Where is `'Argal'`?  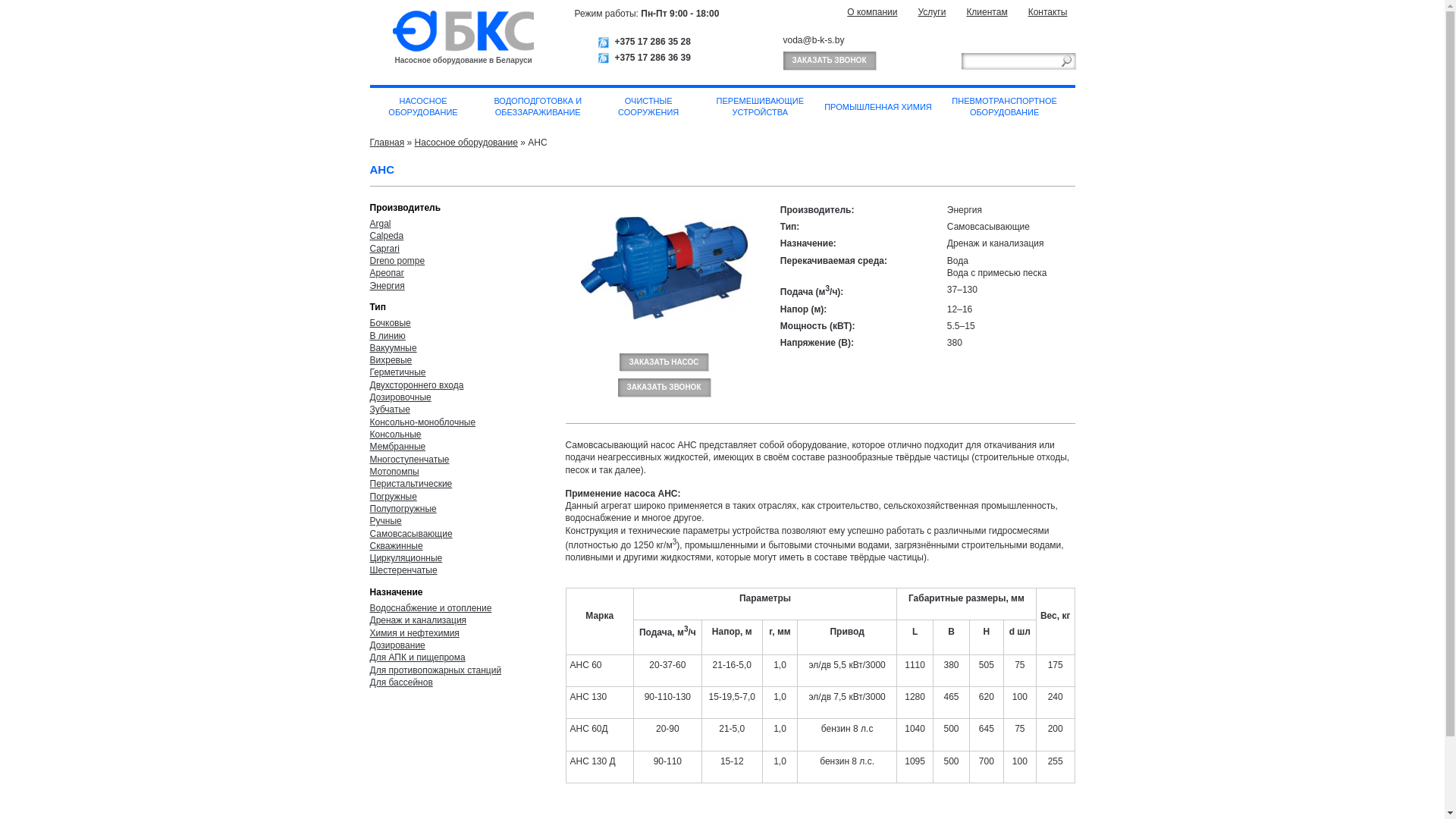
'Argal' is located at coordinates (381, 223).